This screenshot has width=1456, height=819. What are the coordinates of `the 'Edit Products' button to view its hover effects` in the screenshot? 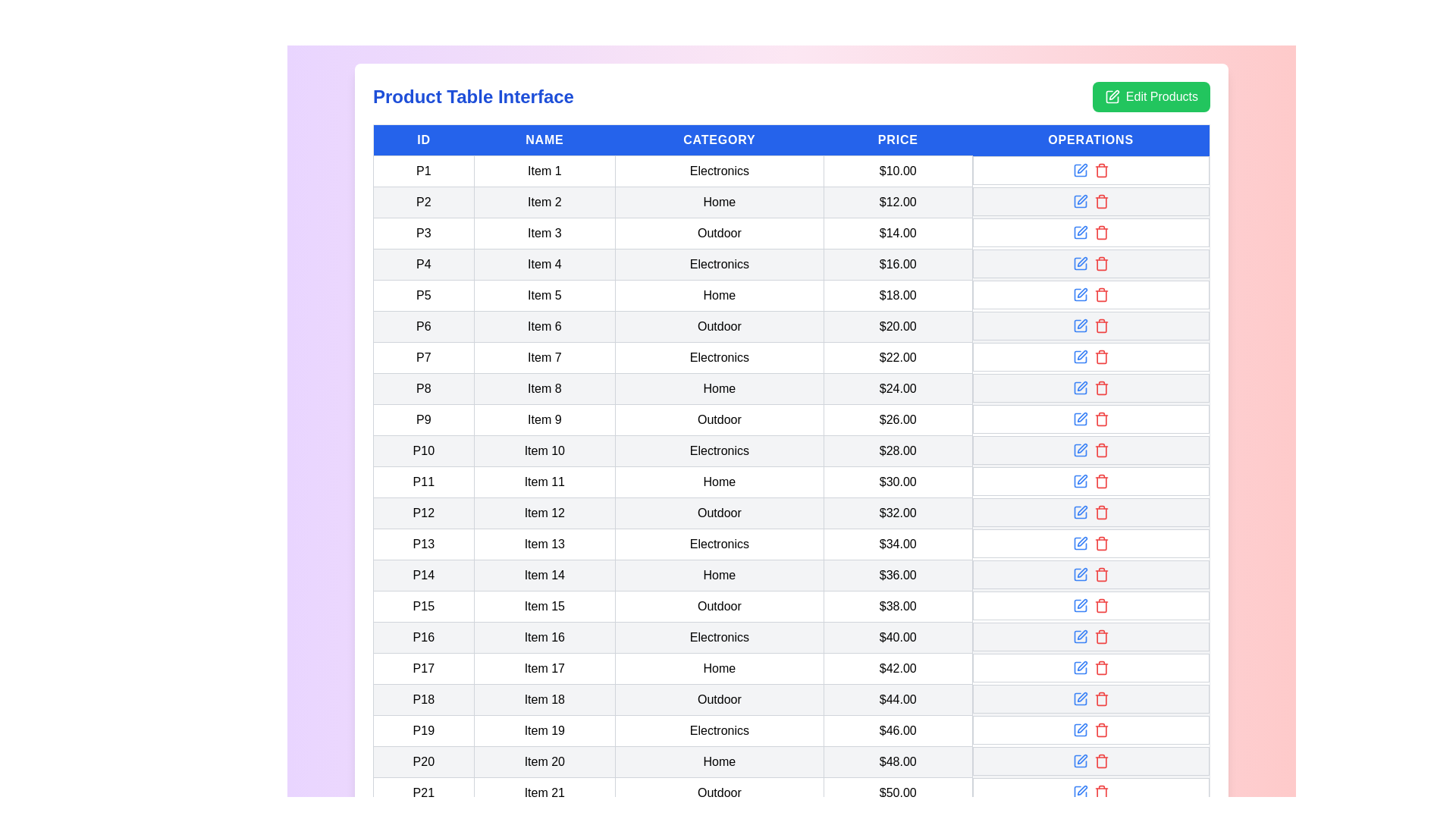 It's located at (1150, 96).